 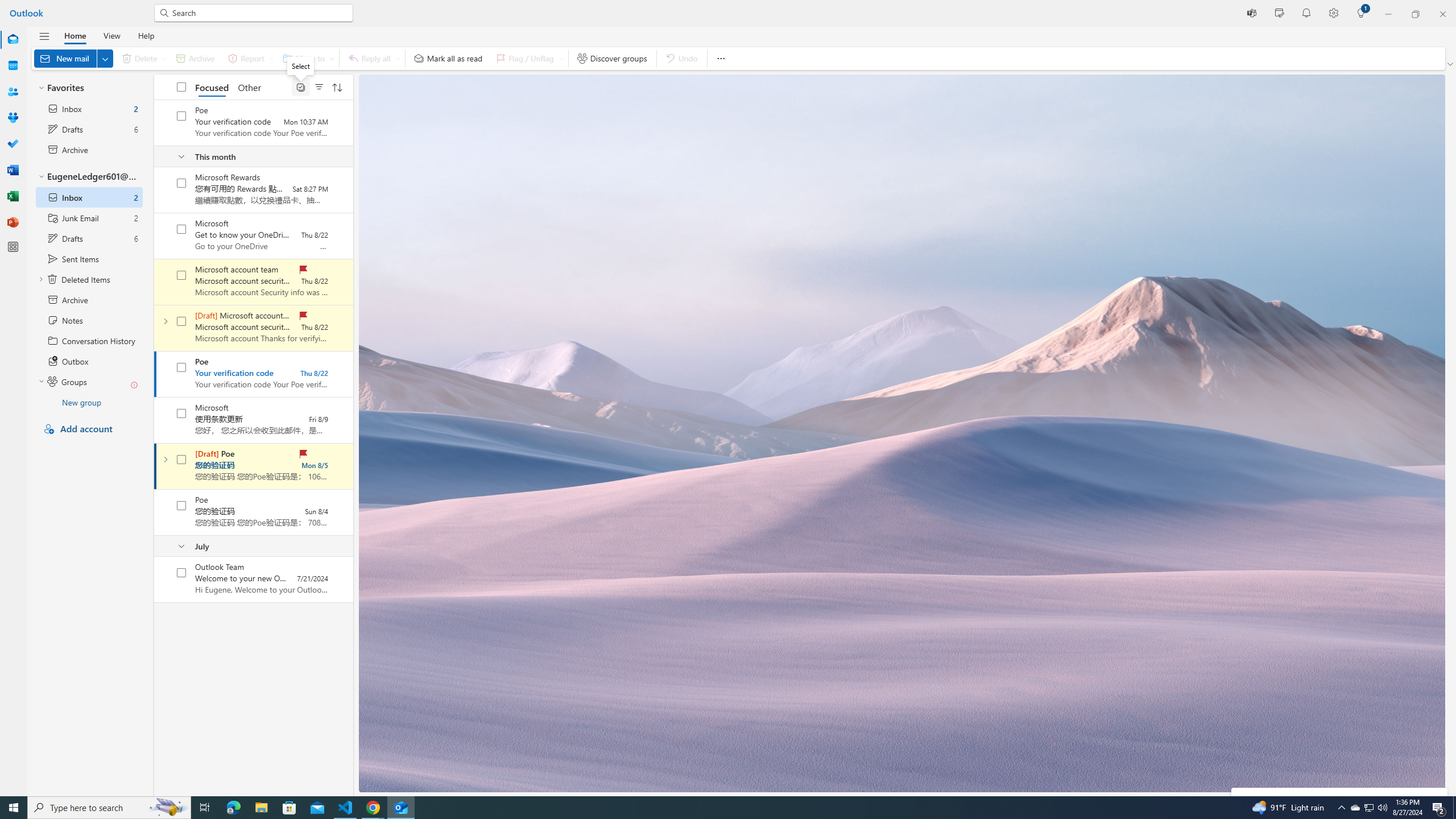 I want to click on 'New mail', so click(x=73, y=58).